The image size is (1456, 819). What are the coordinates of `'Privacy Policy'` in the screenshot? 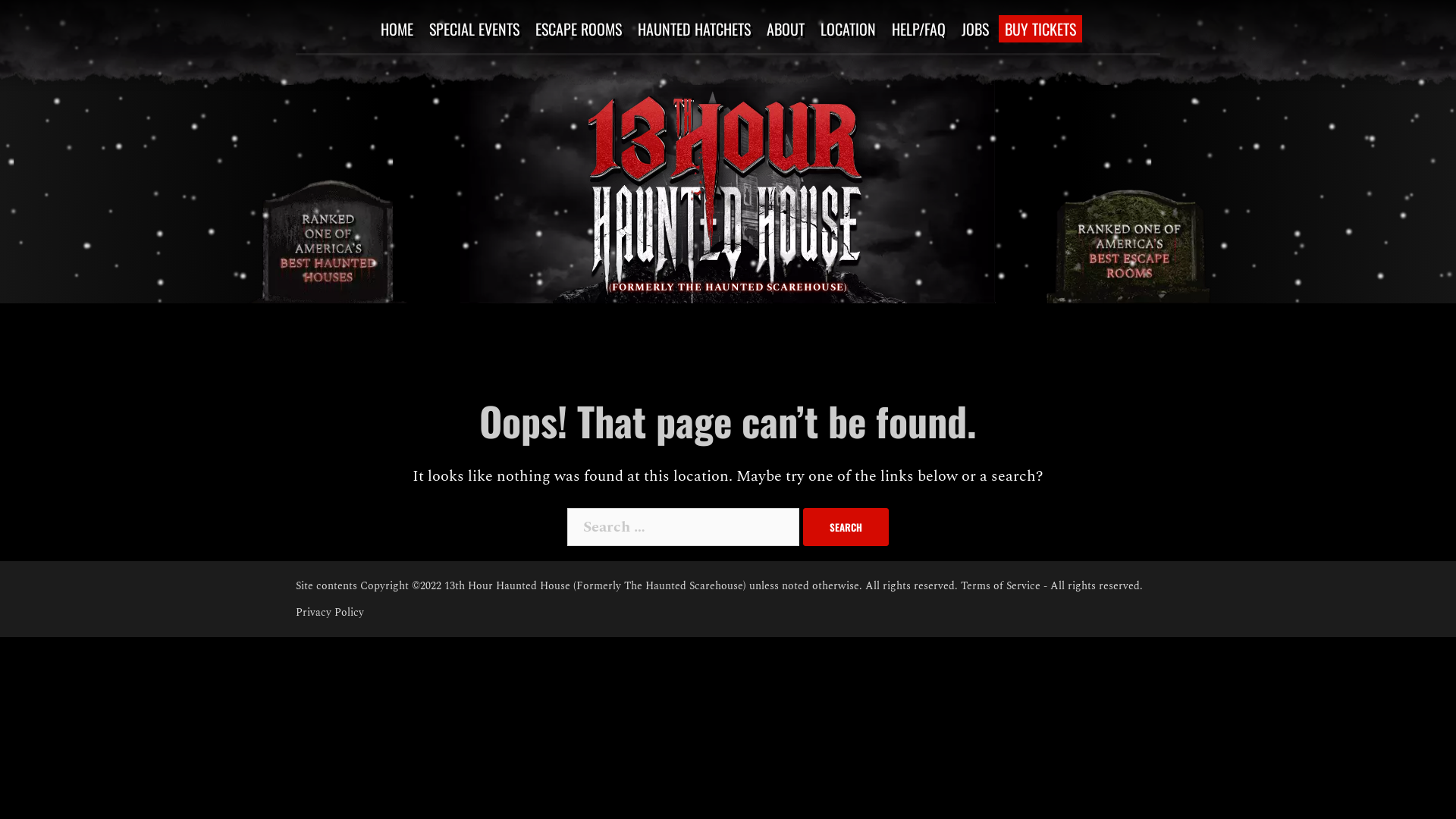 It's located at (329, 611).